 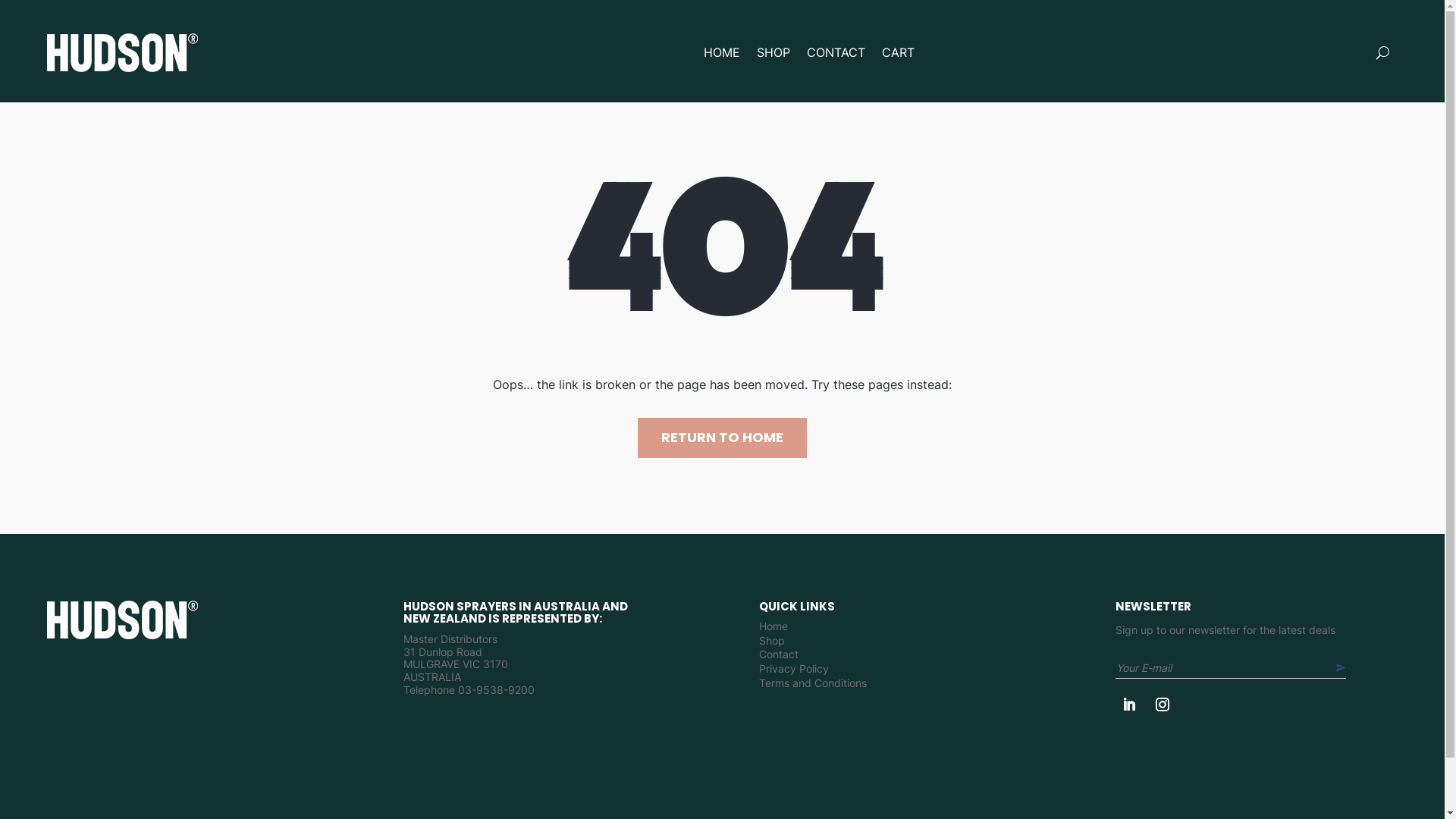 I want to click on 'Terms and Conditions', so click(x=759, y=686).